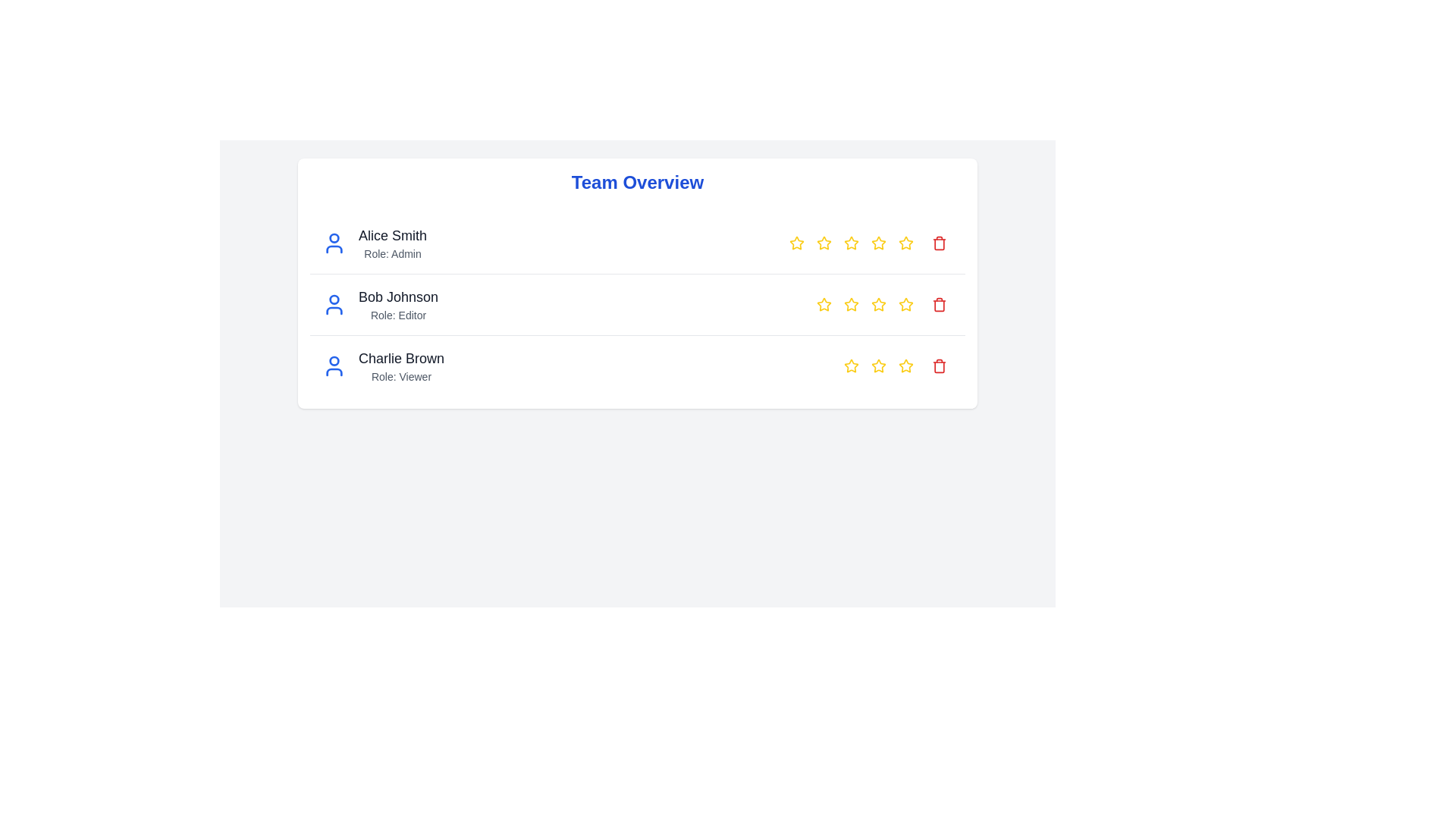  I want to click on the fifth yellow star icon used for ratings in the 'Team Overview' section, which is associated with 'Bob Johnson' and positioned to the right of 'Role: Editor', so click(906, 242).